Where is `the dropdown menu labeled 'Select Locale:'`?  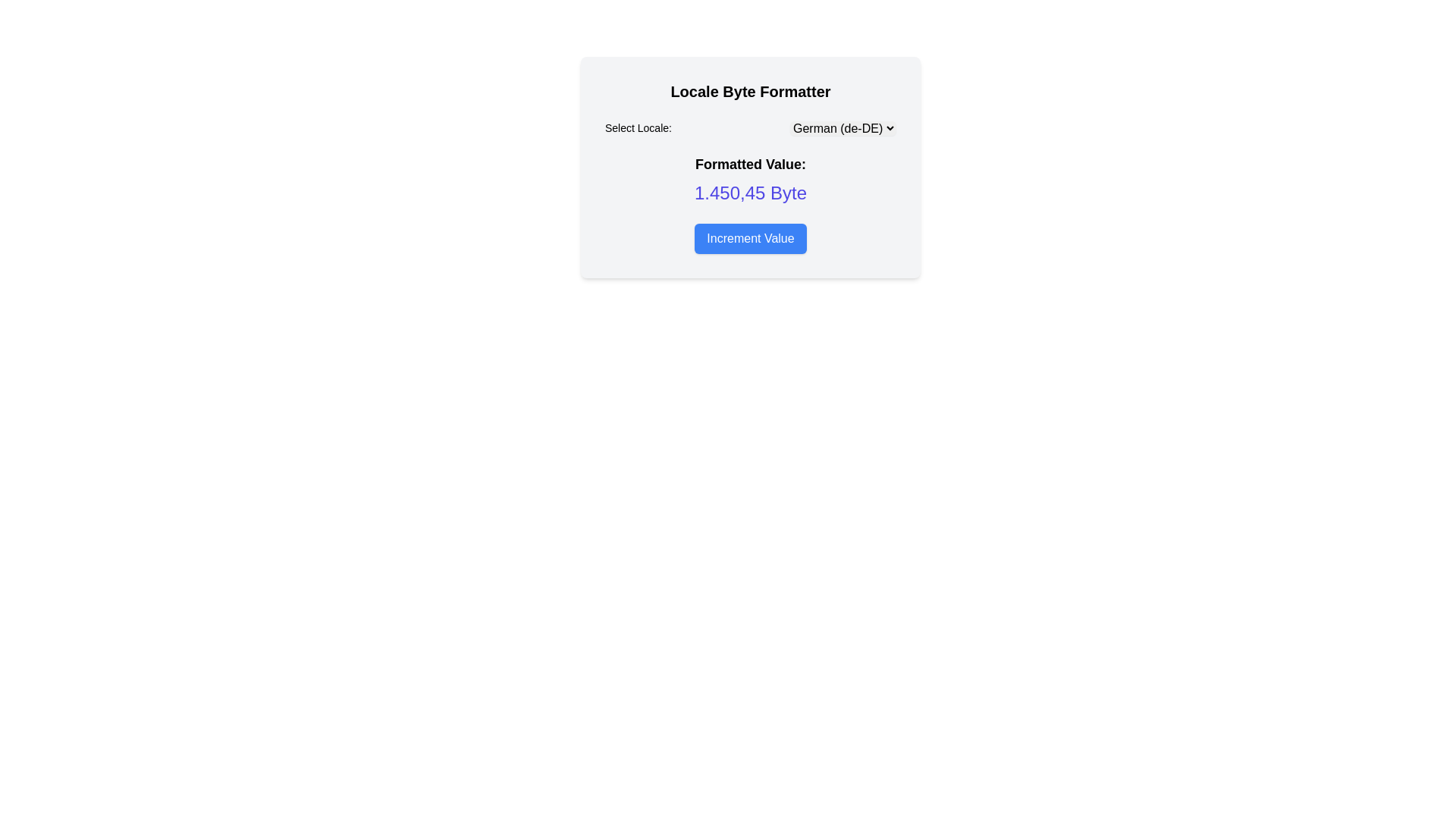 the dropdown menu labeled 'Select Locale:' is located at coordinates (750, 127).